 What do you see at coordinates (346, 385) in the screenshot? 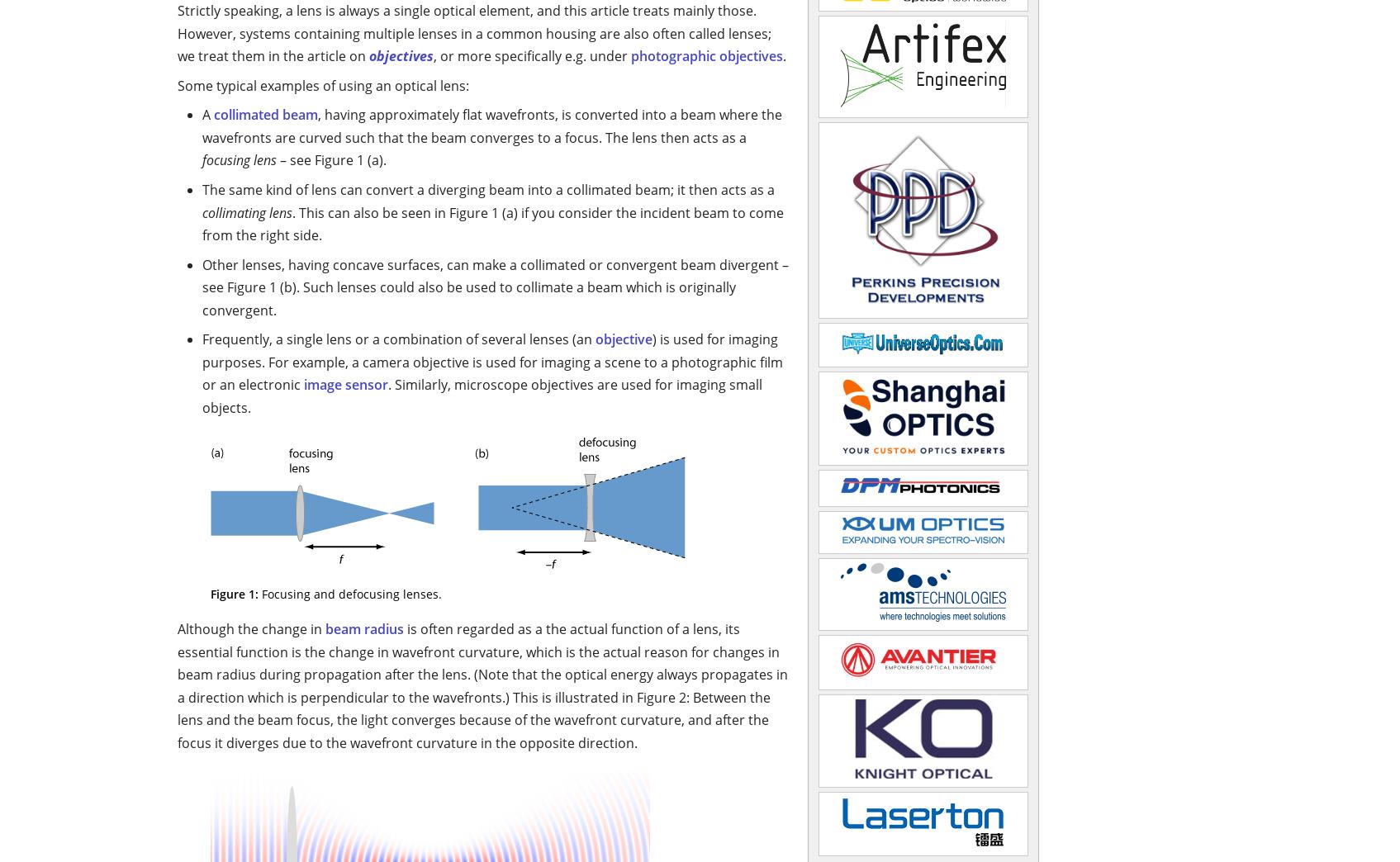
I see `'image sensor'` at bounding box center [346, 385].